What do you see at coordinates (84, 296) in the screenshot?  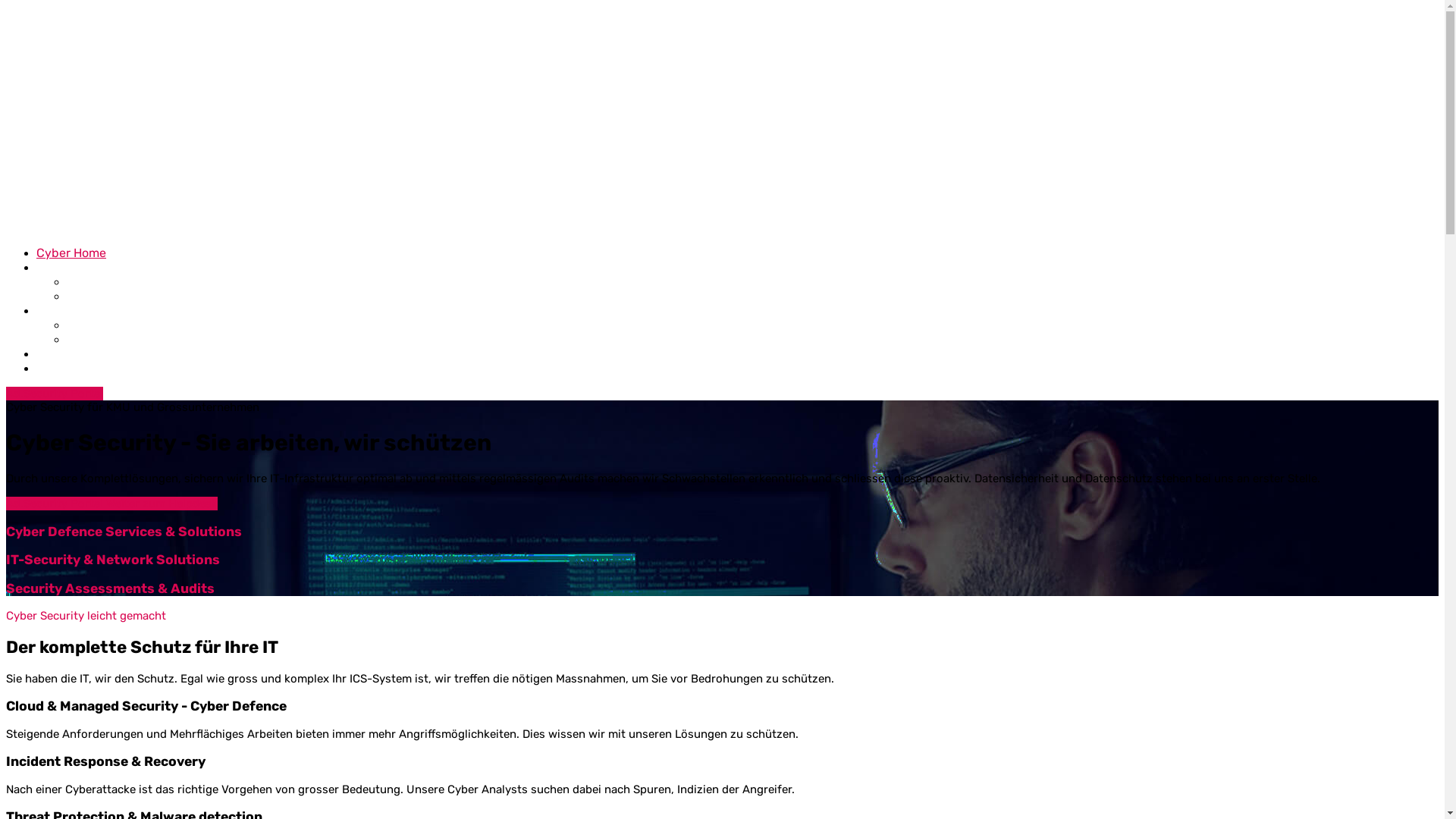 I see `'Audits'` at bounding box center [84, 296].